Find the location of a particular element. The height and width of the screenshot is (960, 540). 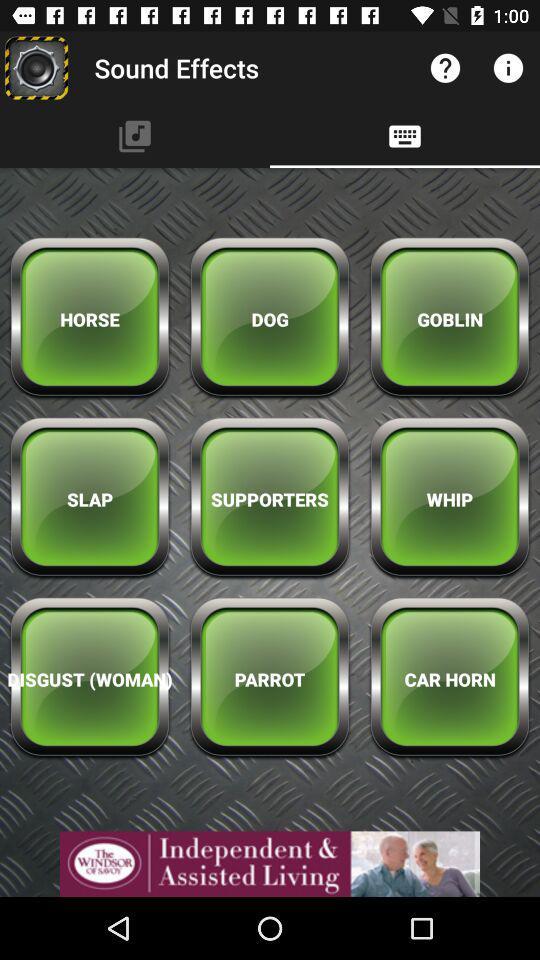

the button left side of parrot button is located at coordinates (89, 679).